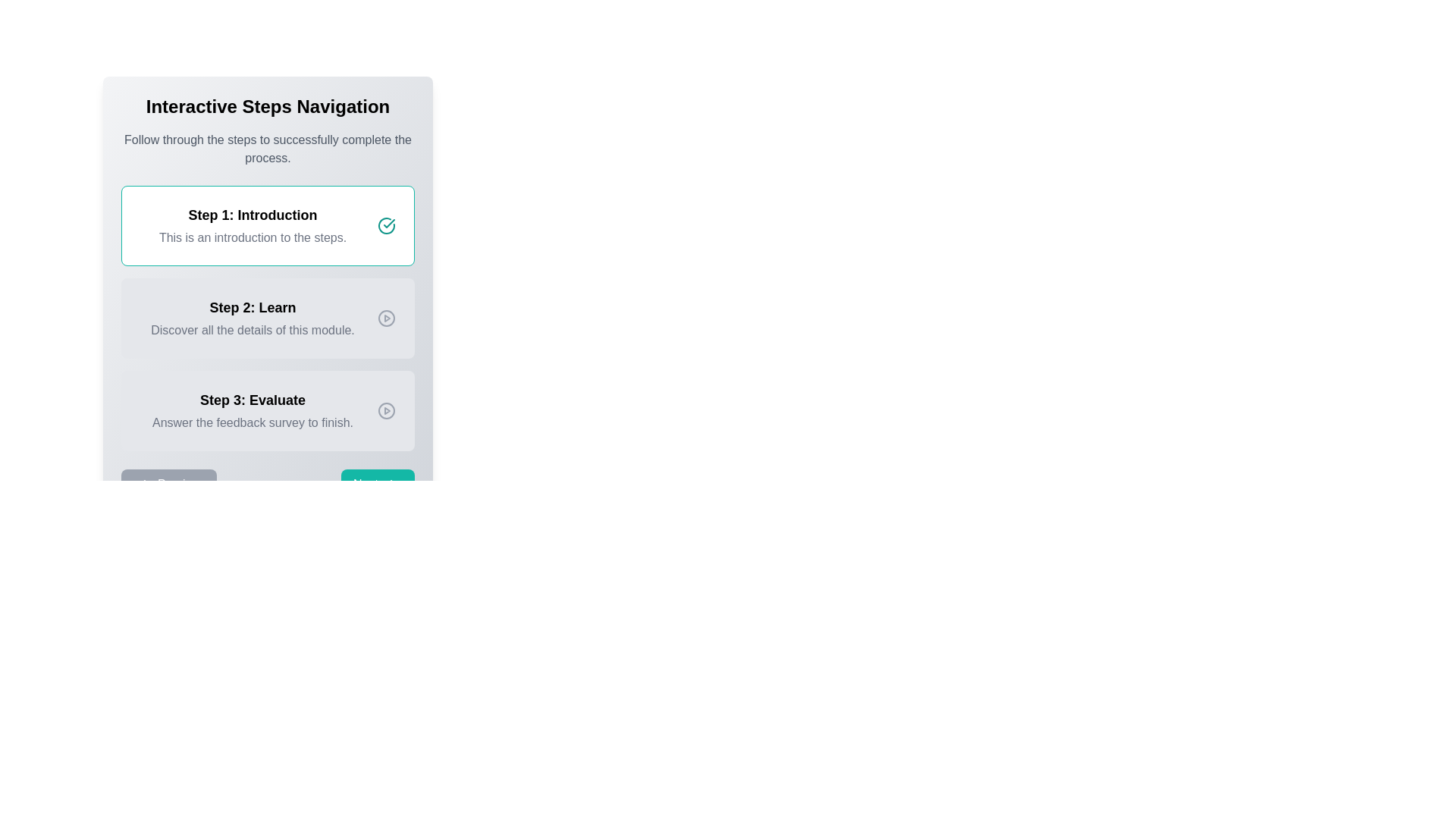 This screenshot has height=819, width=1456. What do you see at coordinates (253, 237) in the screenshot?
I see `the text element that reads 'This is an introduction to the steps.' which is displayed in a smaller, gray-colored font, located below the bold title 'Step 1: Introduction' in the interactive steps navigation panel` at bounding box center [253, 237].